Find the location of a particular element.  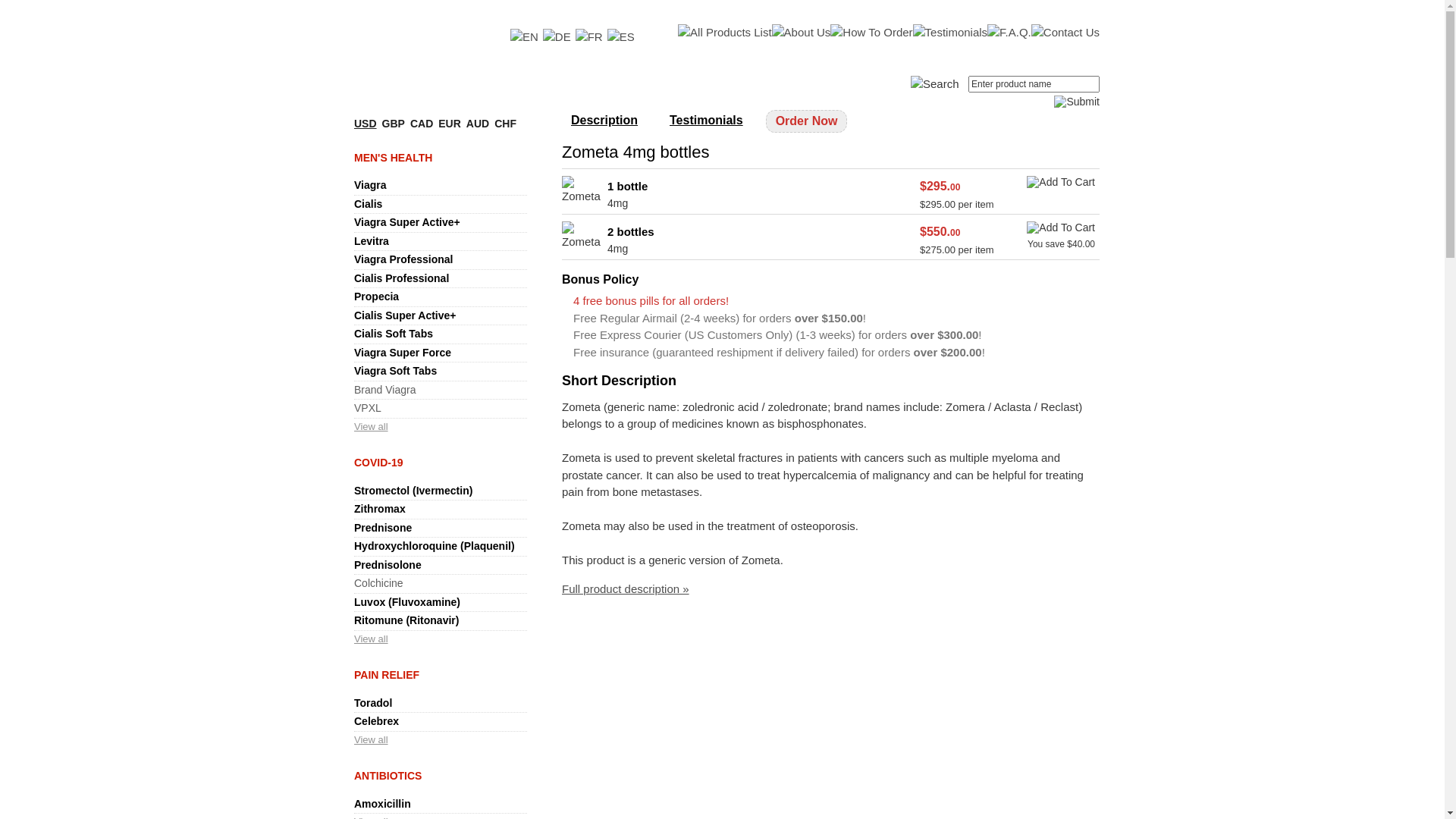

'Brand Viagra' is located at coordinates (384, 388).